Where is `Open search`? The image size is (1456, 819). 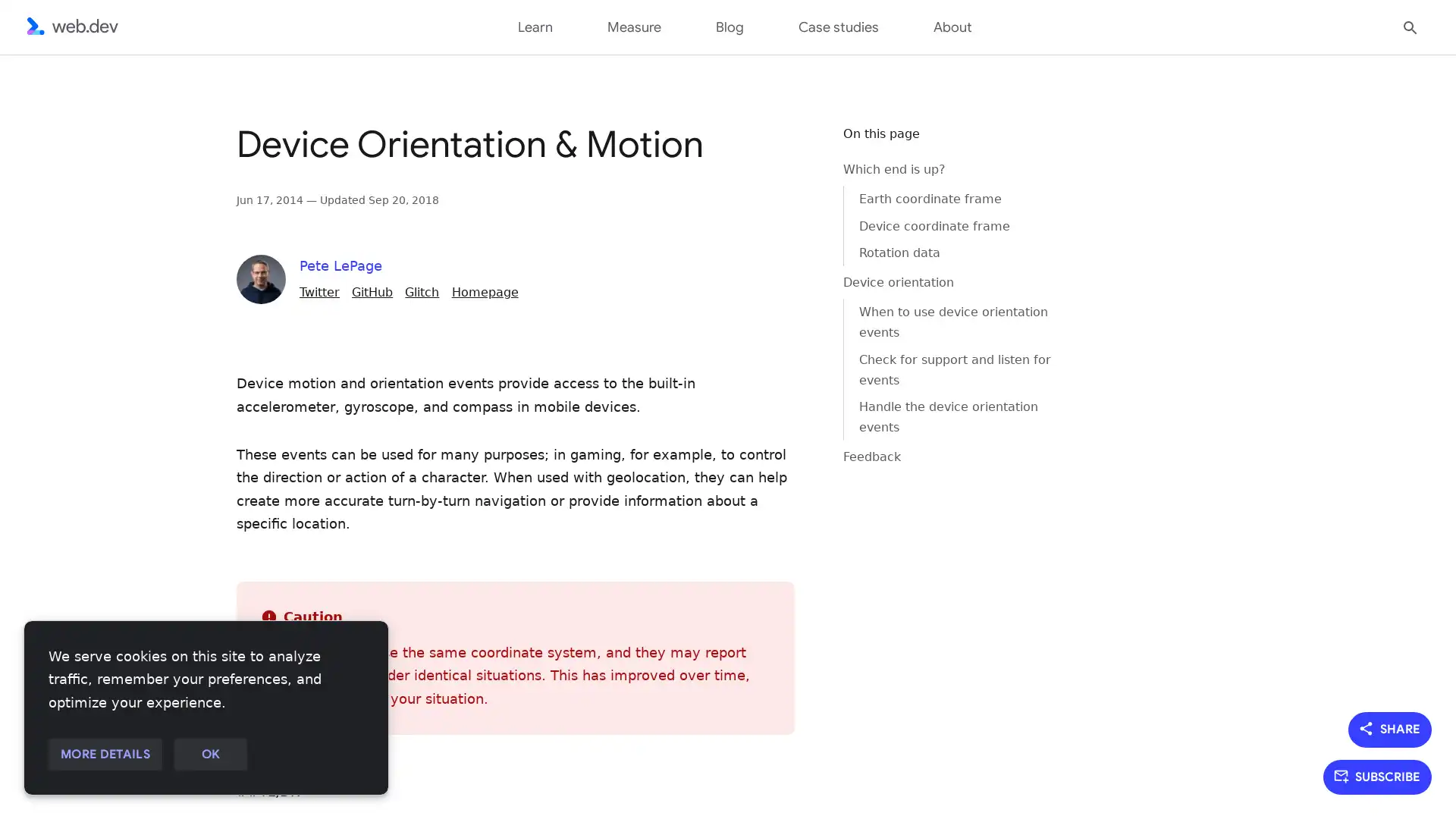
Open search is located at coordinates (1410, 26).